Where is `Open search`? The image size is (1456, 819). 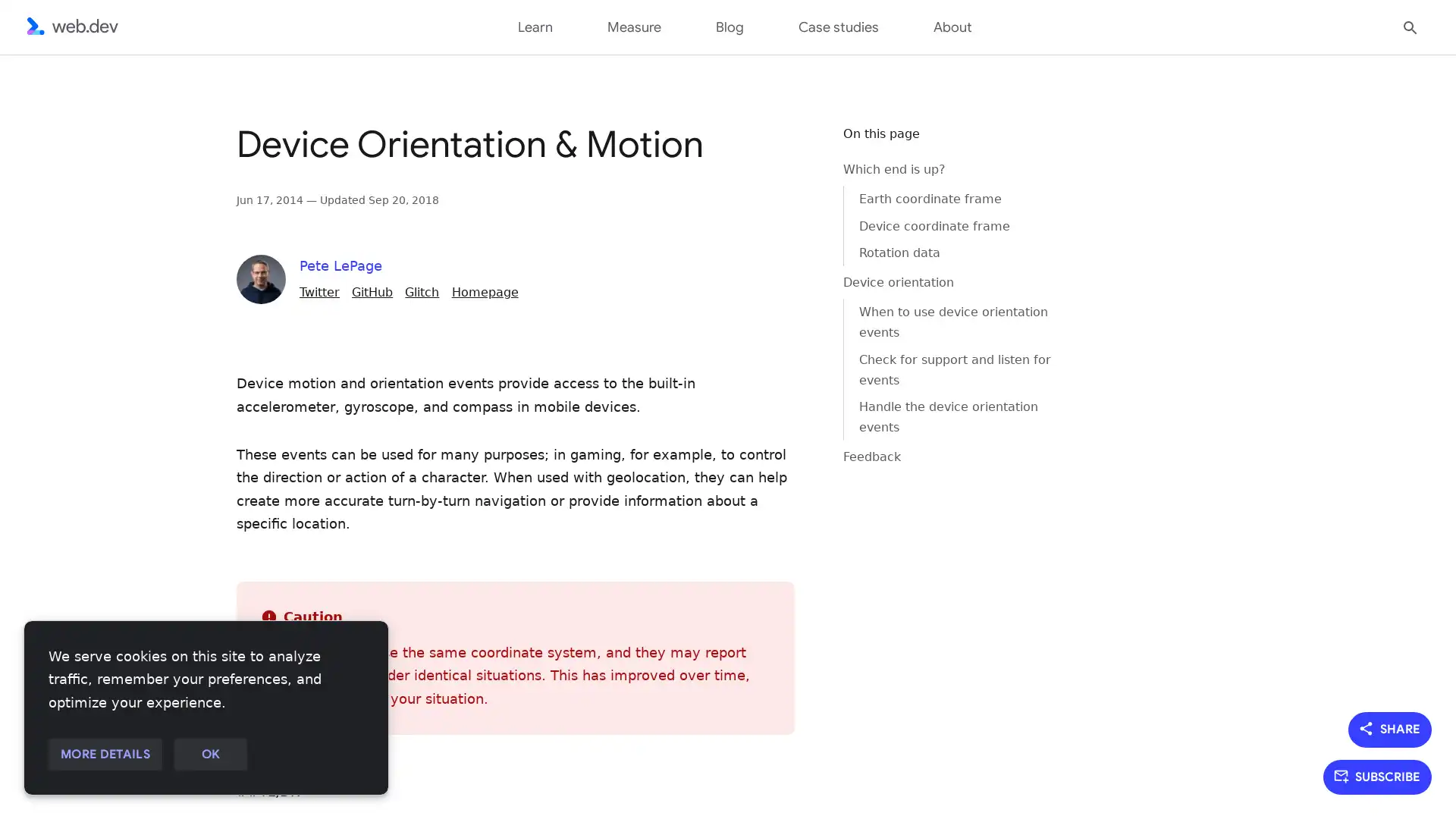
Open search is located at coordinates (1410, 26).